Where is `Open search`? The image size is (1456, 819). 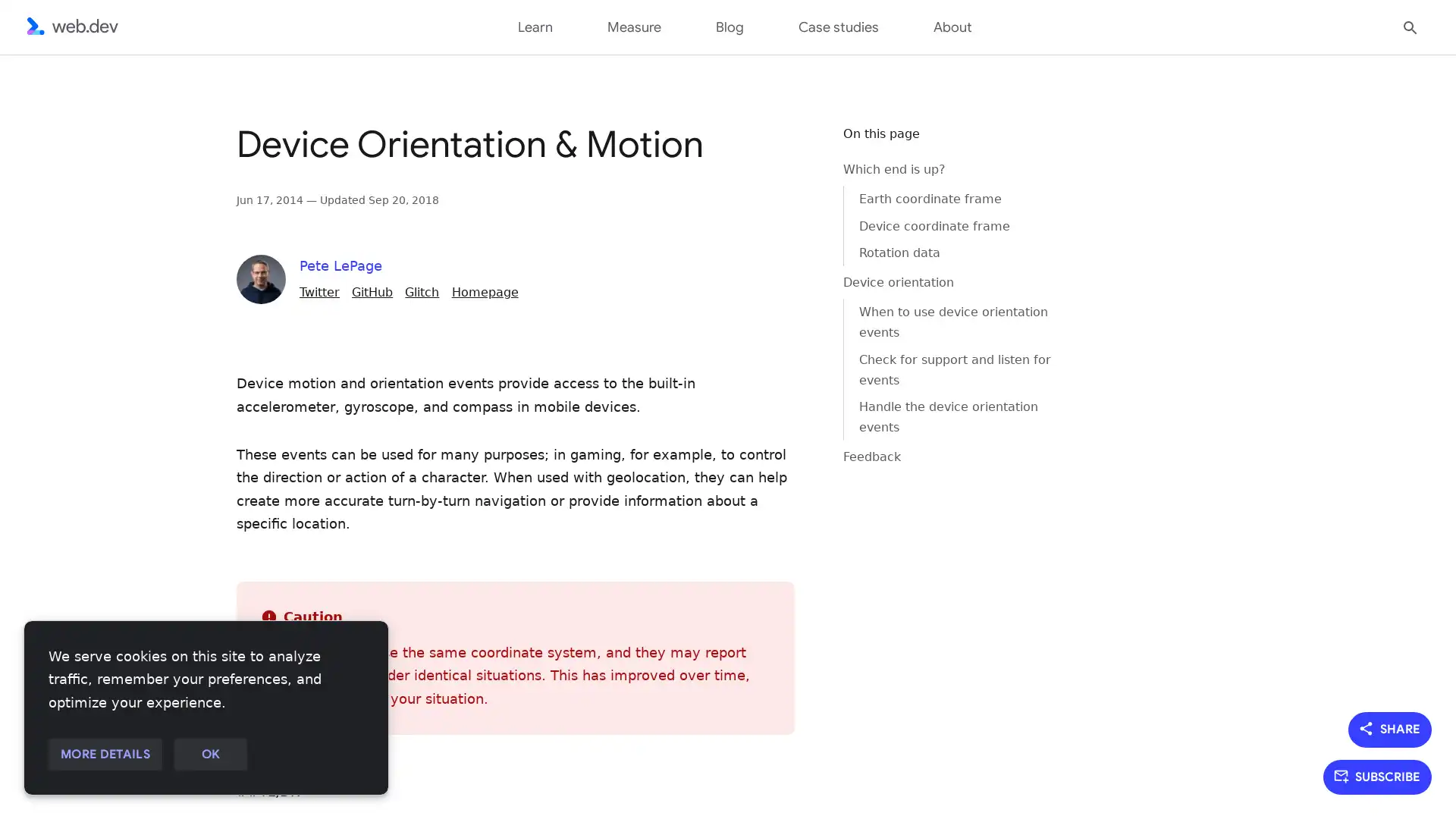
Open search is located at coordinates (1410, 26).